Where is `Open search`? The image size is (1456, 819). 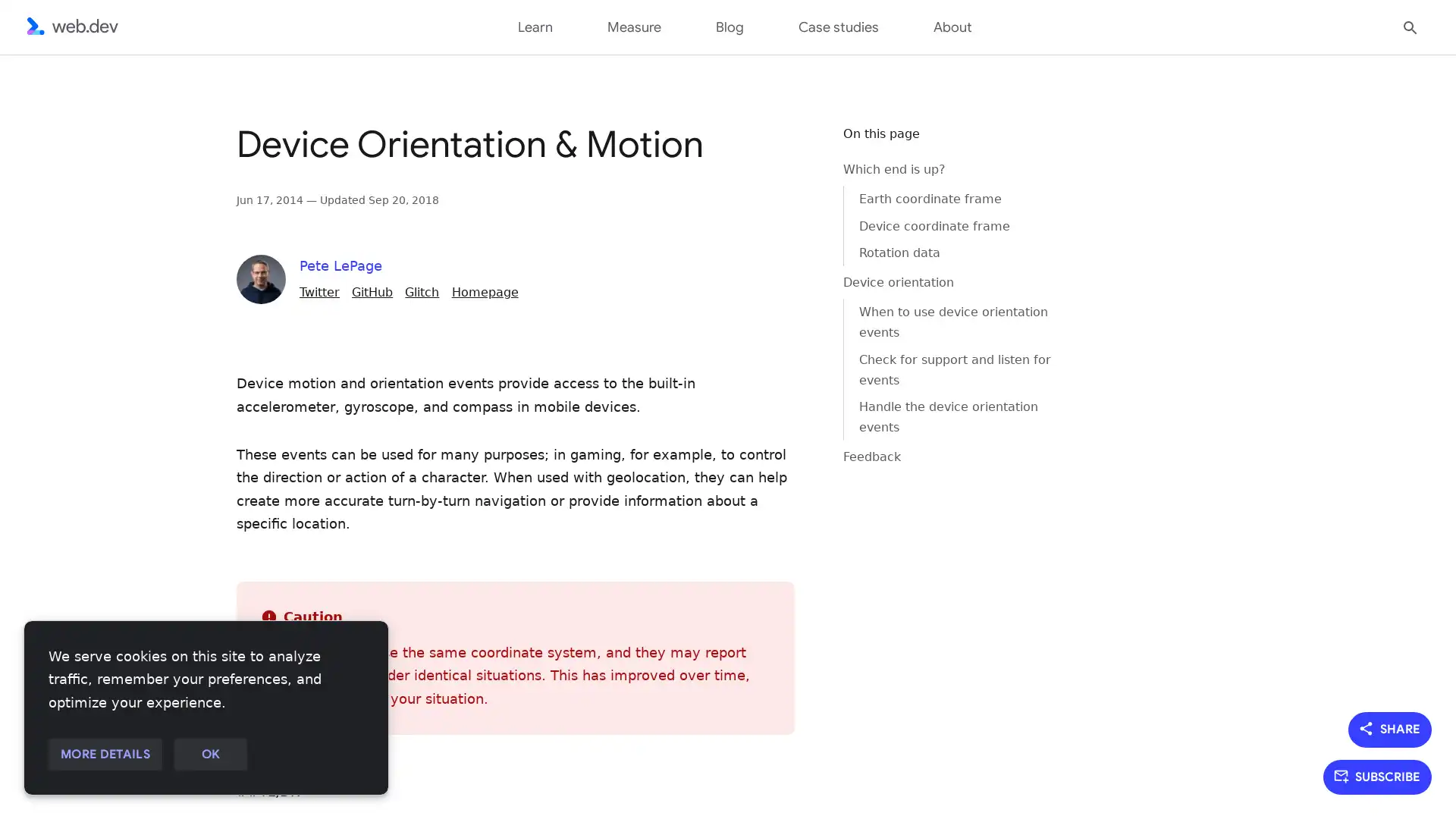
Open search is located at coordinates (1410, 26).